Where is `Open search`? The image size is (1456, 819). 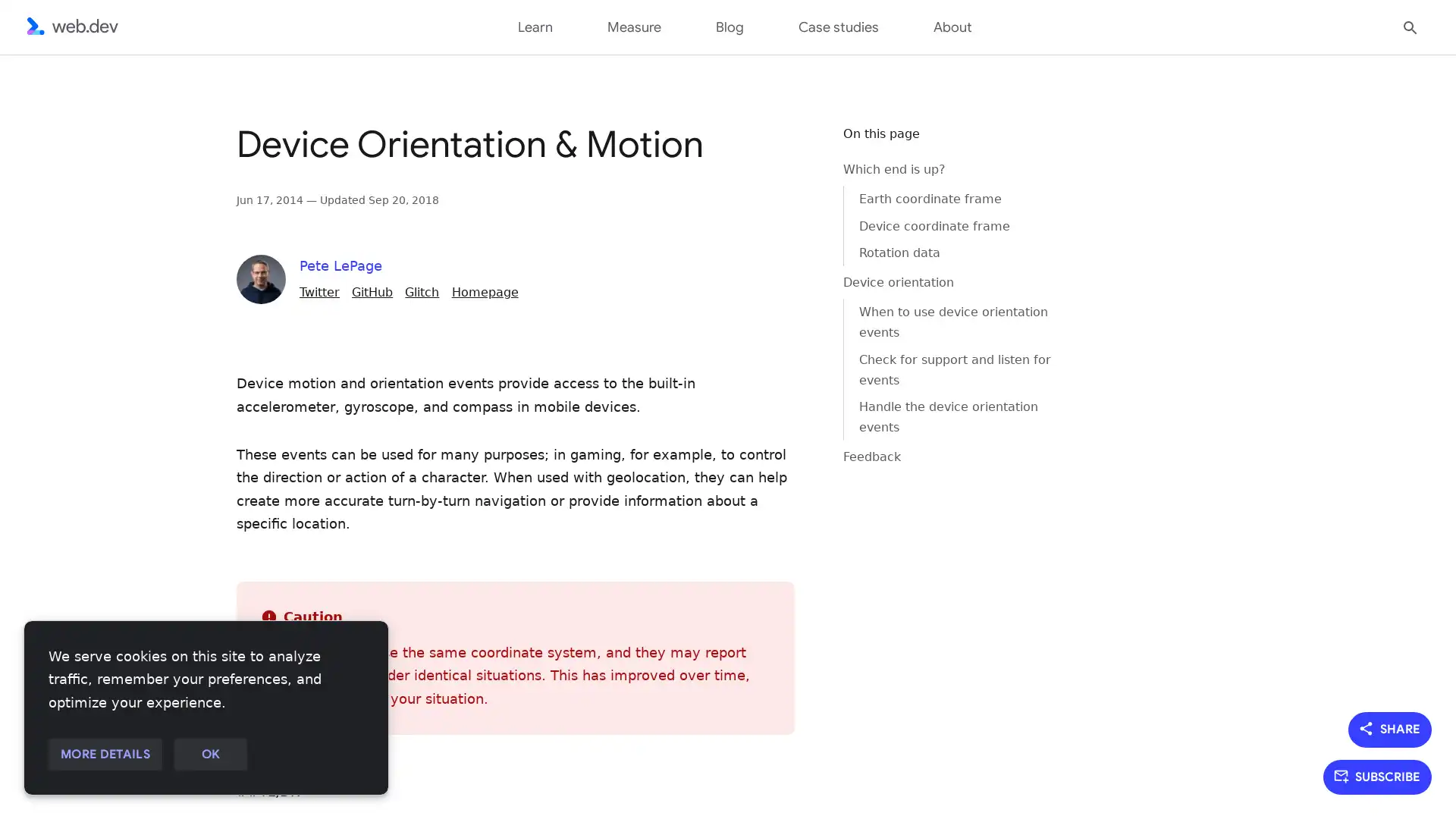
Open search is located at coordinates (1410, 26).